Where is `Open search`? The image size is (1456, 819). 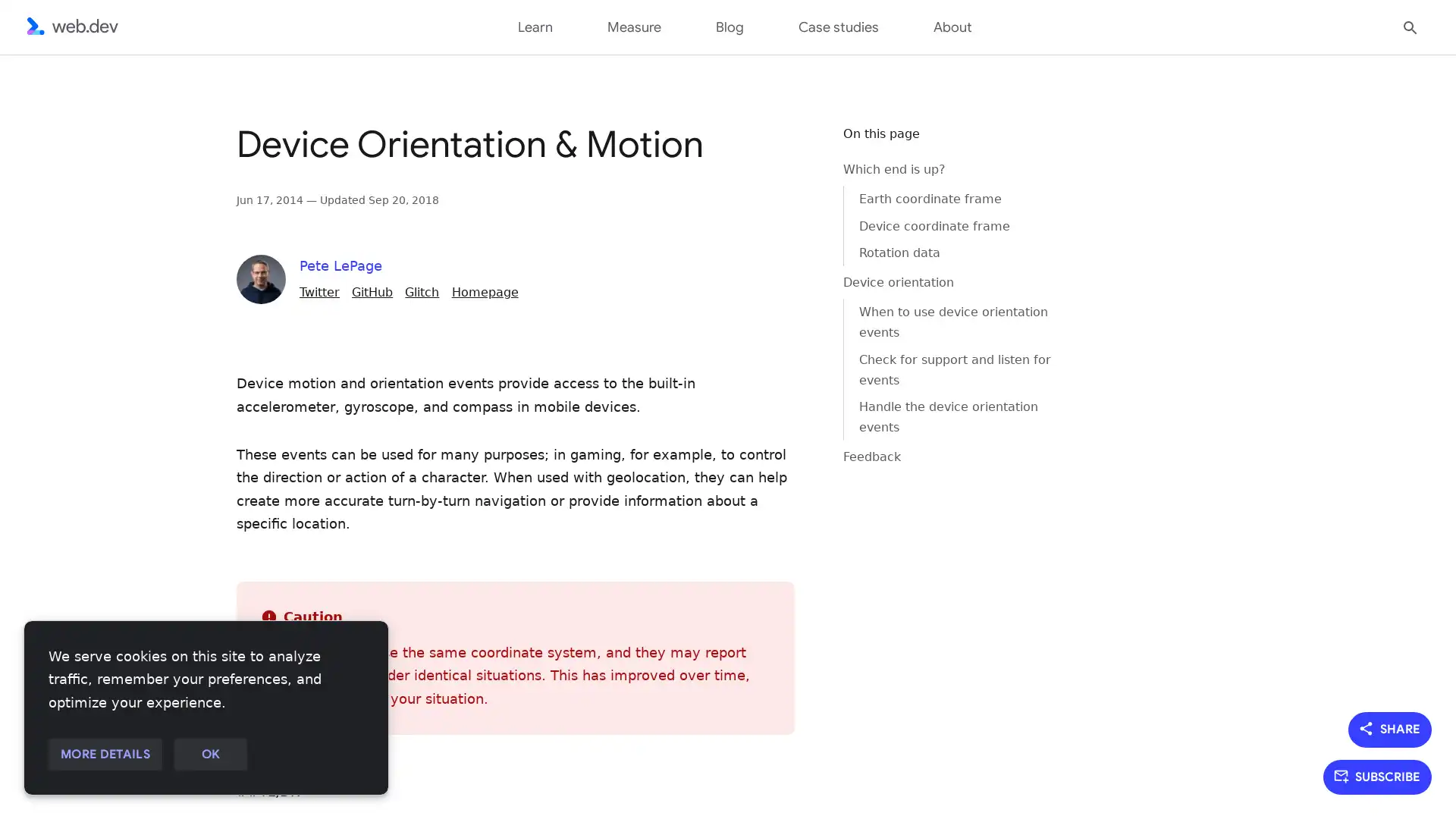
Open search is located at coordinates (1410, 26).